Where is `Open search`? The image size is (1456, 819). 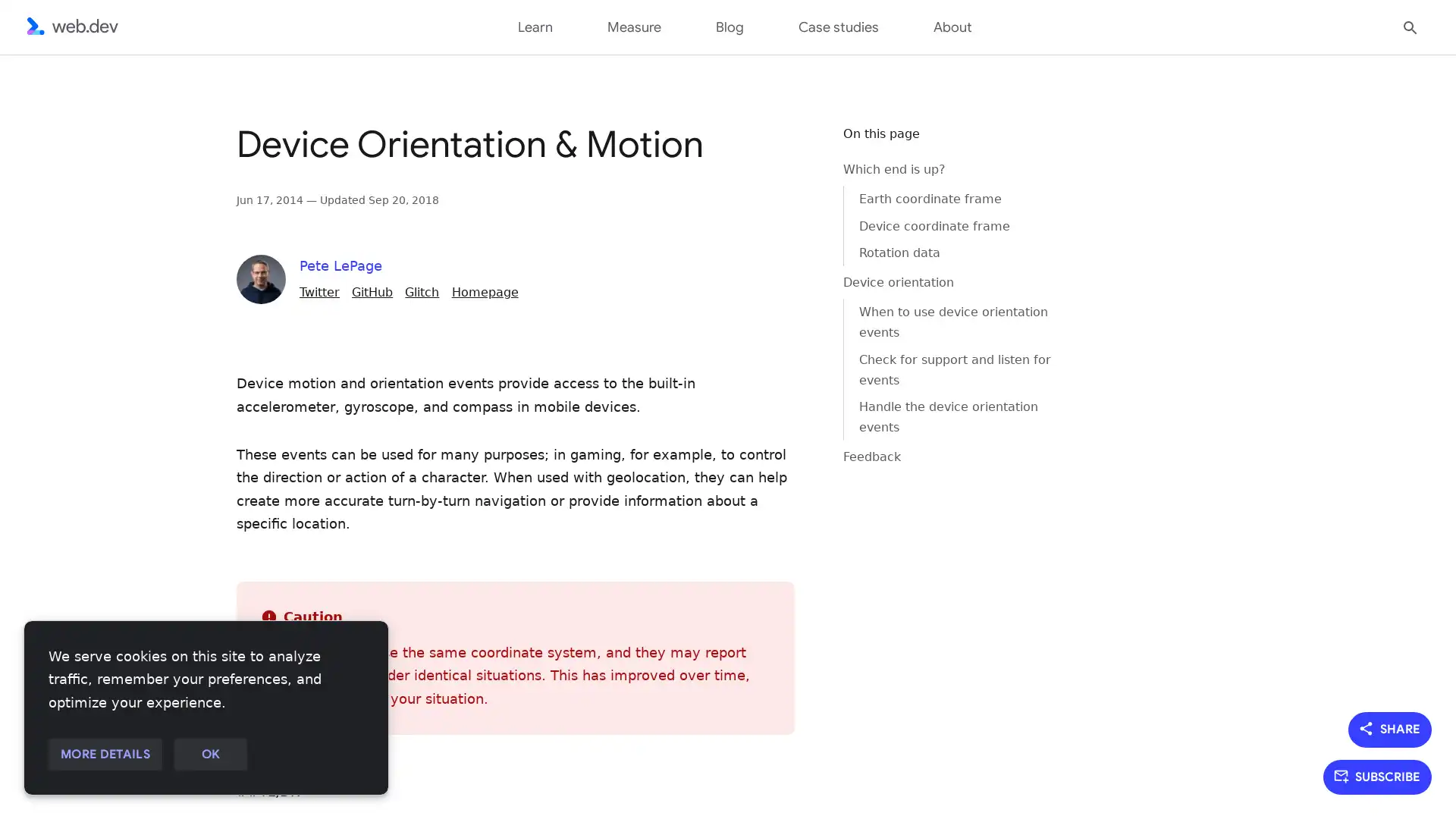
Open search is located at coordinates (1410, 26).